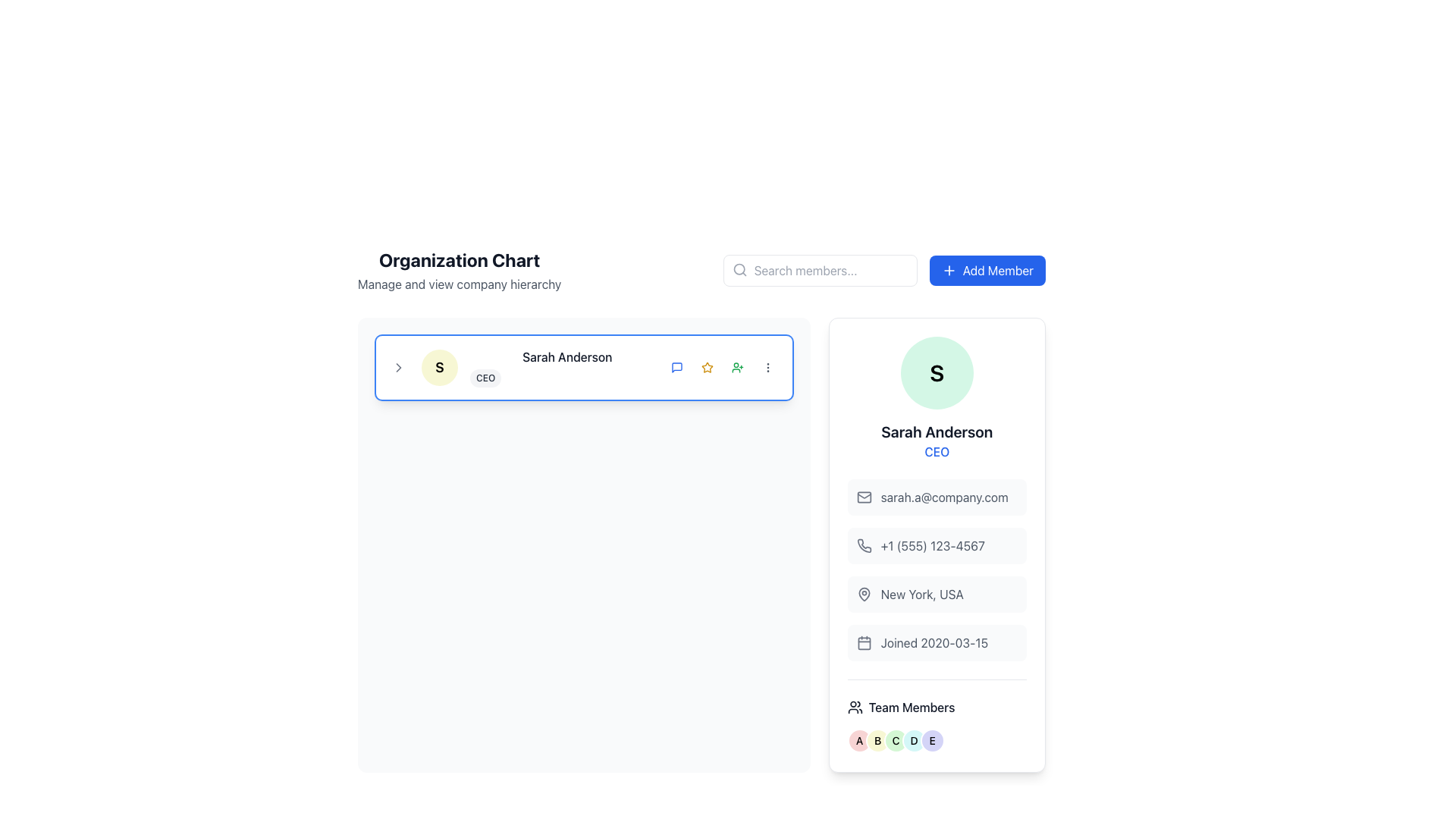 This screenshot has width=1456, height=819. What do you see at coordinates (739, 268) in the screenshot?
I see `the circular SVG element styled with text-gray-400 color, which is part of the magnifying glass icon in the search bar located in the top-right section of the interface` at bounding box center [739, 268].